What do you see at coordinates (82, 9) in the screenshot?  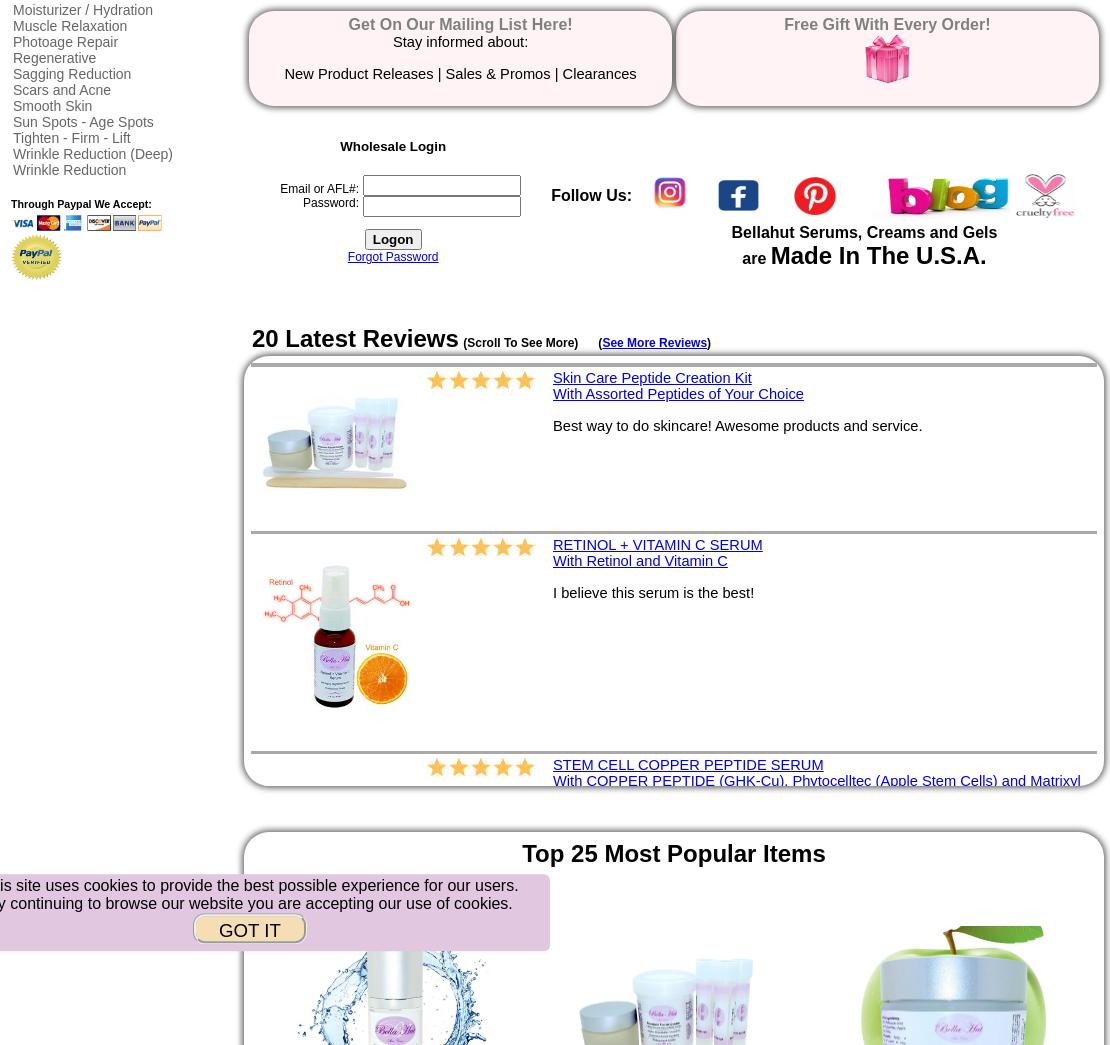 I see `'Moisturizer / Hydration'` at bounding box center [82, 9].